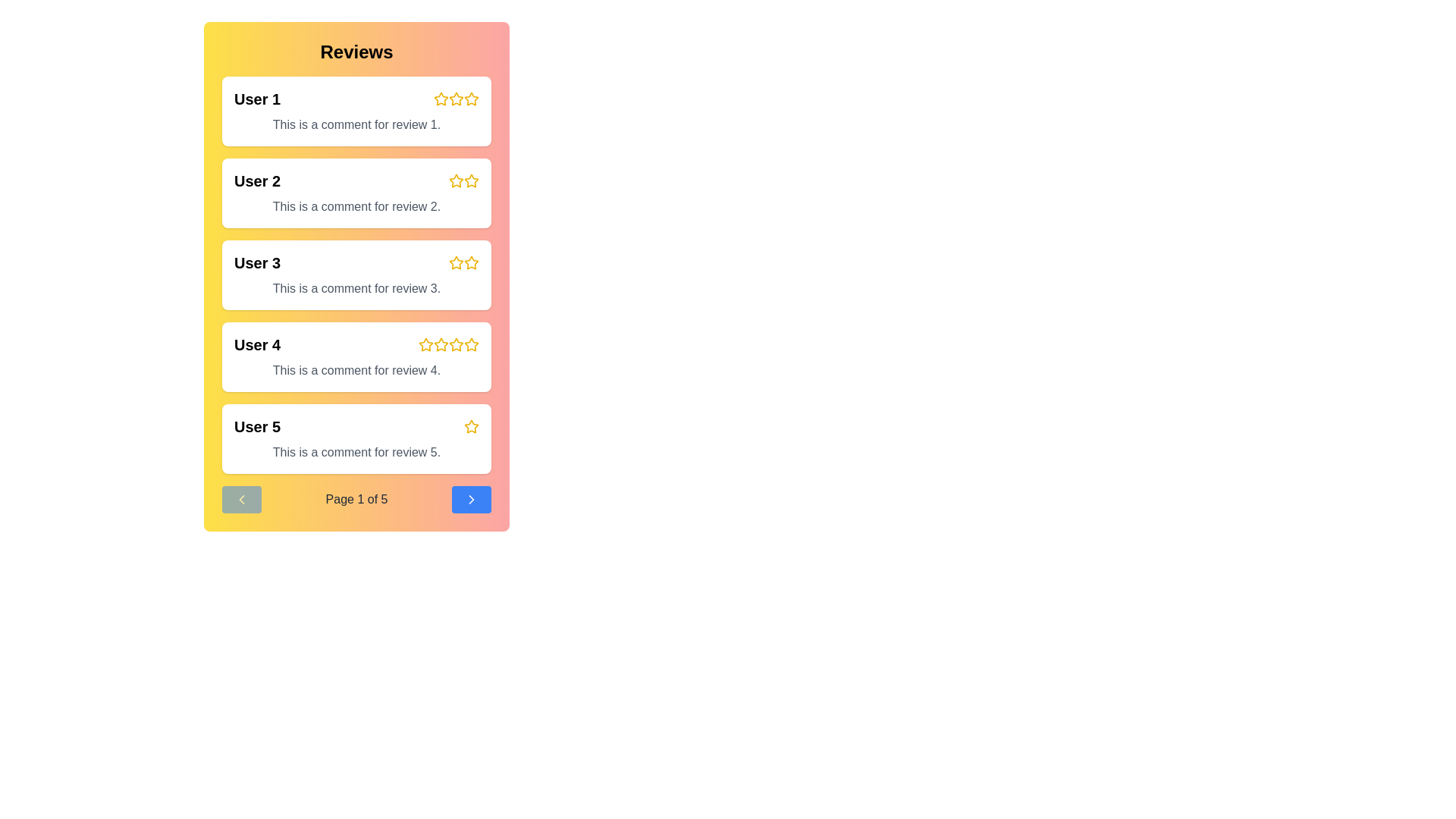 The width and height of the screenshot is (1456, 819). What do you see at coordinates (356, 207) in the screenshot?
I see `the static text label displaying the comment from 'User 2' in their review card, located directly below the username and rating stars` at bounding box center [356, 207].